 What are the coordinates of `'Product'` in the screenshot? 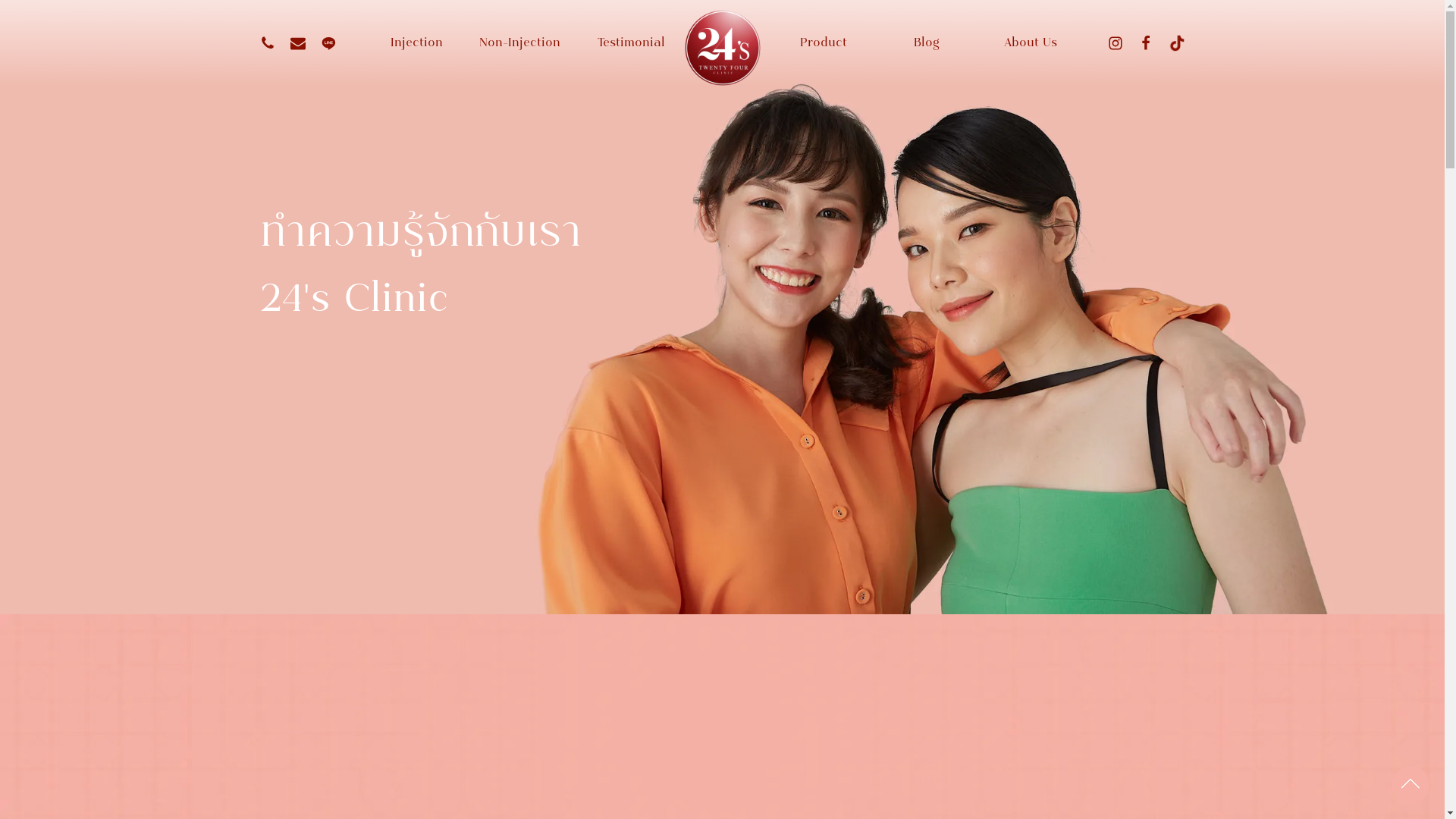 It's located at (822, 42).